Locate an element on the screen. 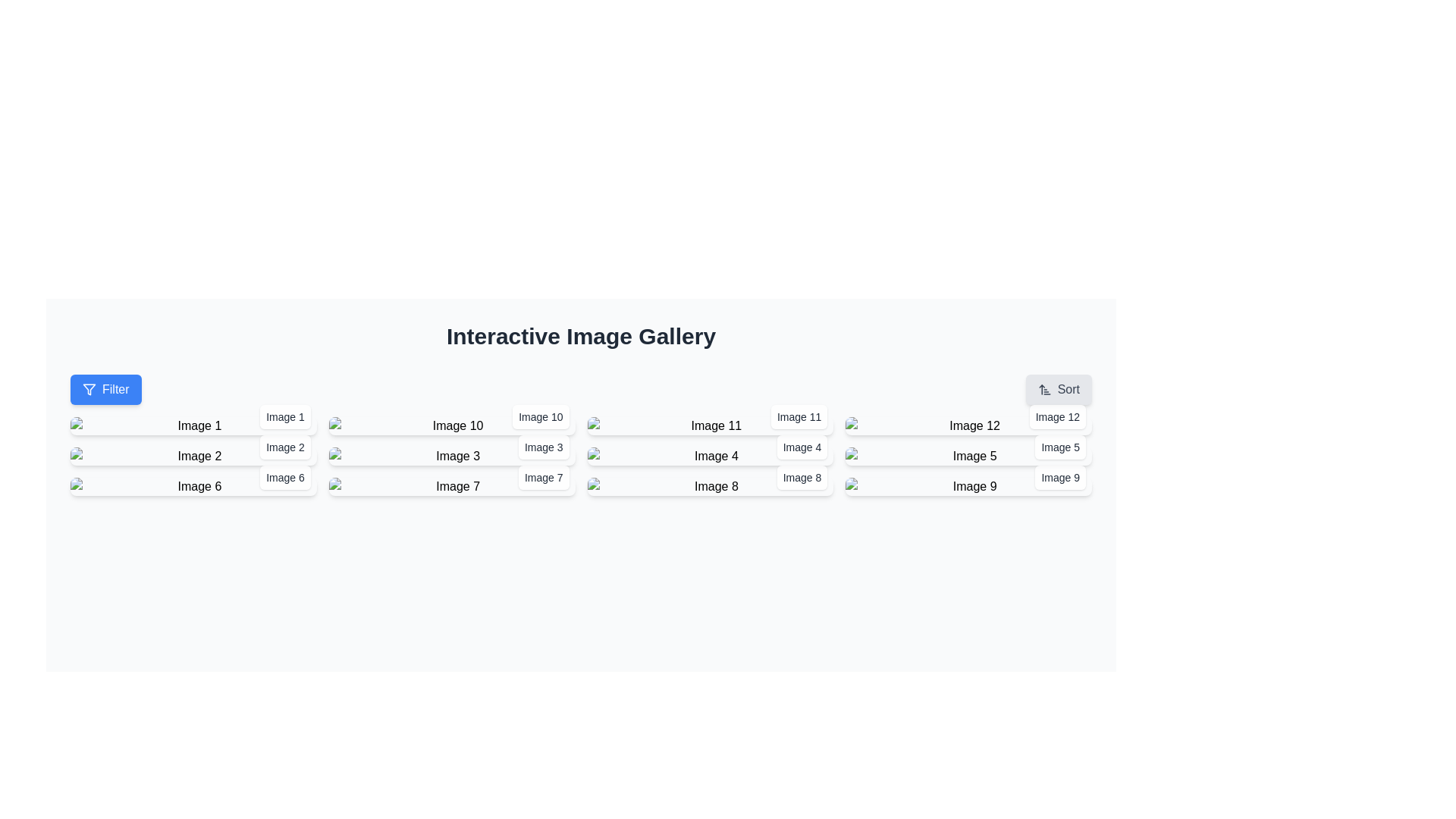 Image resolution: width=1456 pixels, height=819 pixels. to select the interactive thumbnail labeled 'Image 6', which is located in the third row and first column of a grid layout is located at coordinates (193, 486).